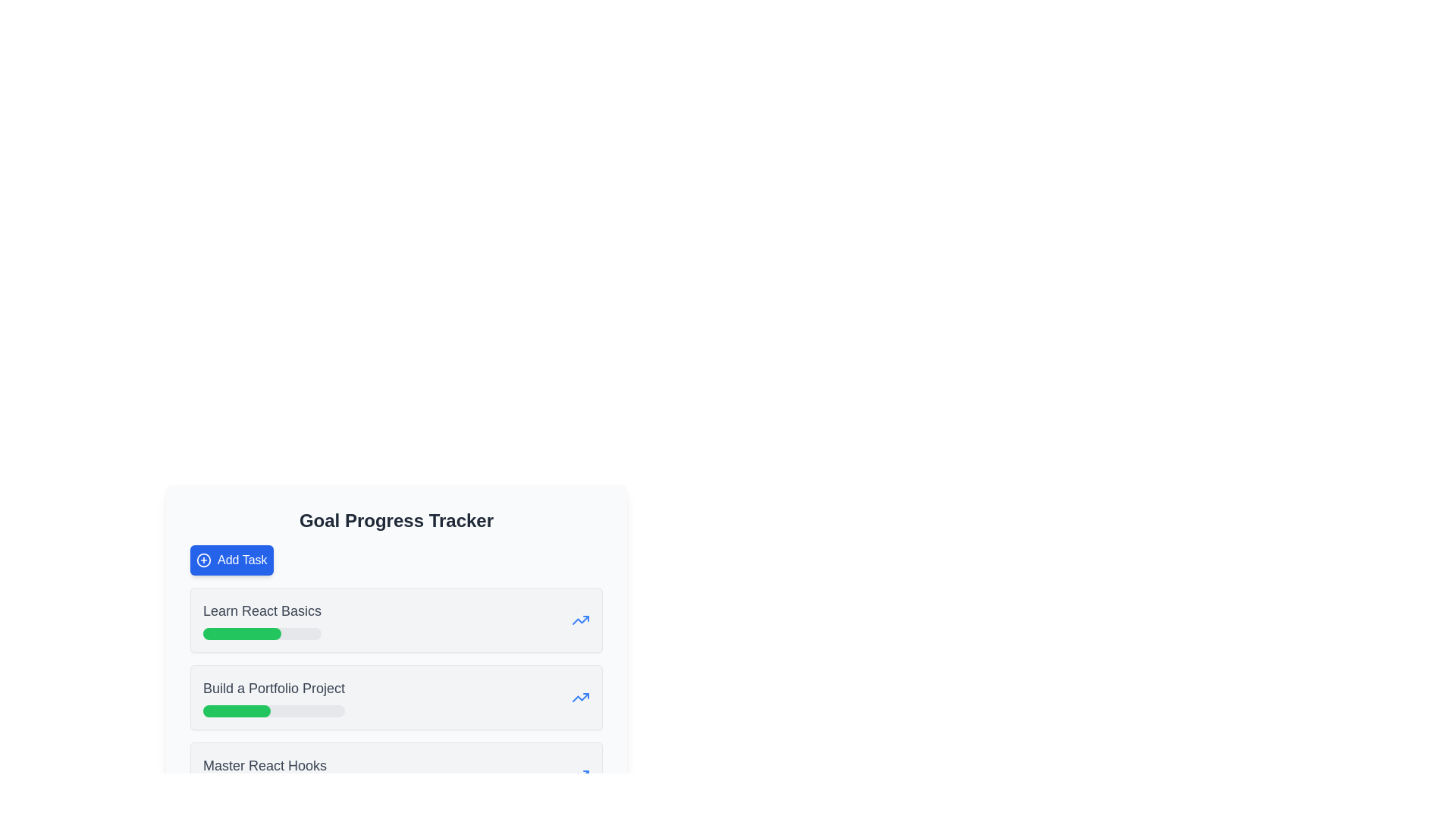 The image size is (1456, 819). Describe the element at coordinates (231, 560) in the screenshot. I see `the 'Add Task' button, which is a rectangular button with rounded corners, a blue background, and white text displaying 'Add Task', located in the top-left section of the 'Goal Progress Tracker' panel` at that location.